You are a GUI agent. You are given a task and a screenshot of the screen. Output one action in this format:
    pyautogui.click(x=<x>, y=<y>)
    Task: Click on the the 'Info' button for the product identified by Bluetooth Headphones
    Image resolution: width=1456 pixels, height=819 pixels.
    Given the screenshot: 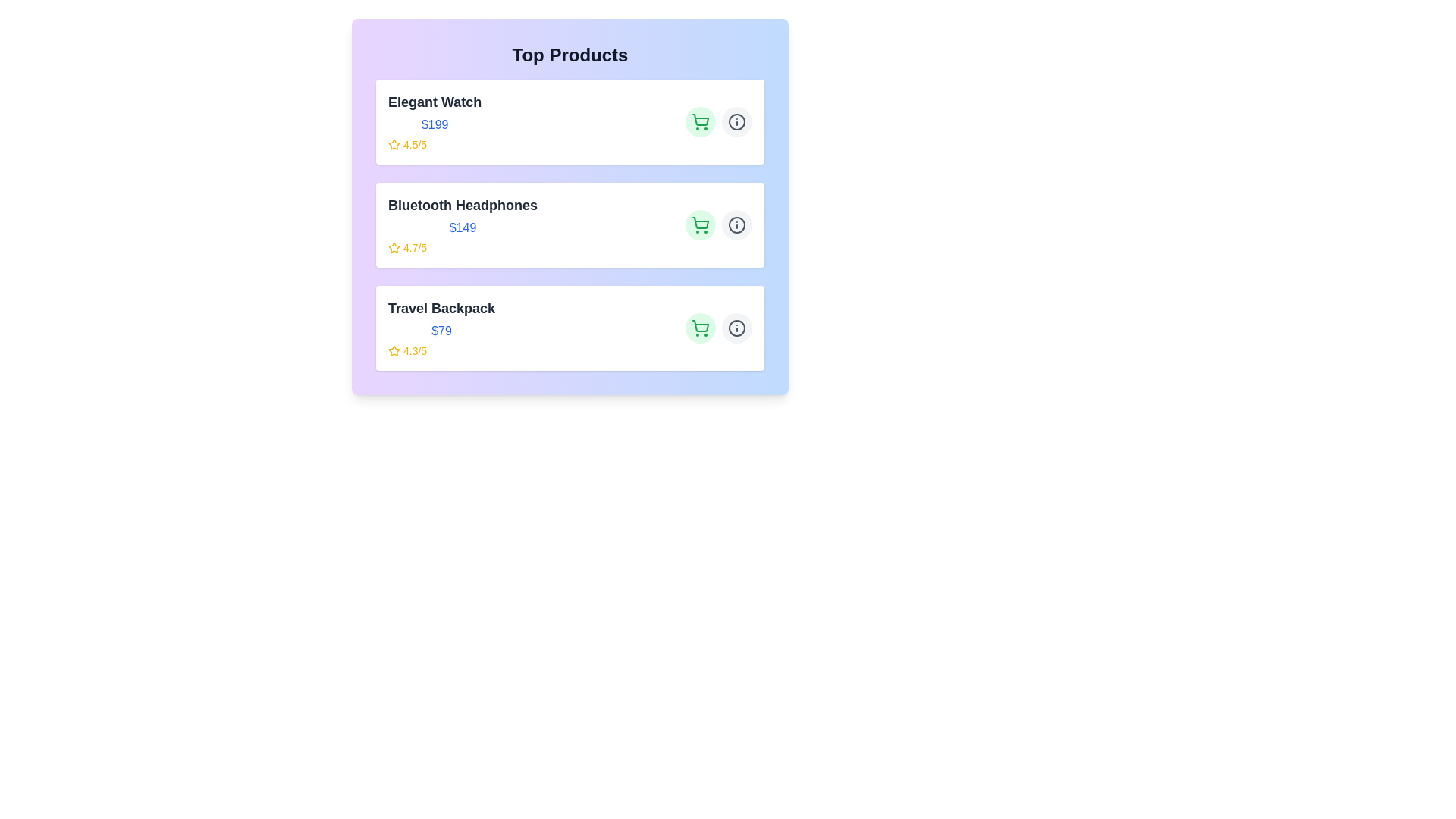 What is the action you would take?
    pyautogui.click(x=736, y=225)
    